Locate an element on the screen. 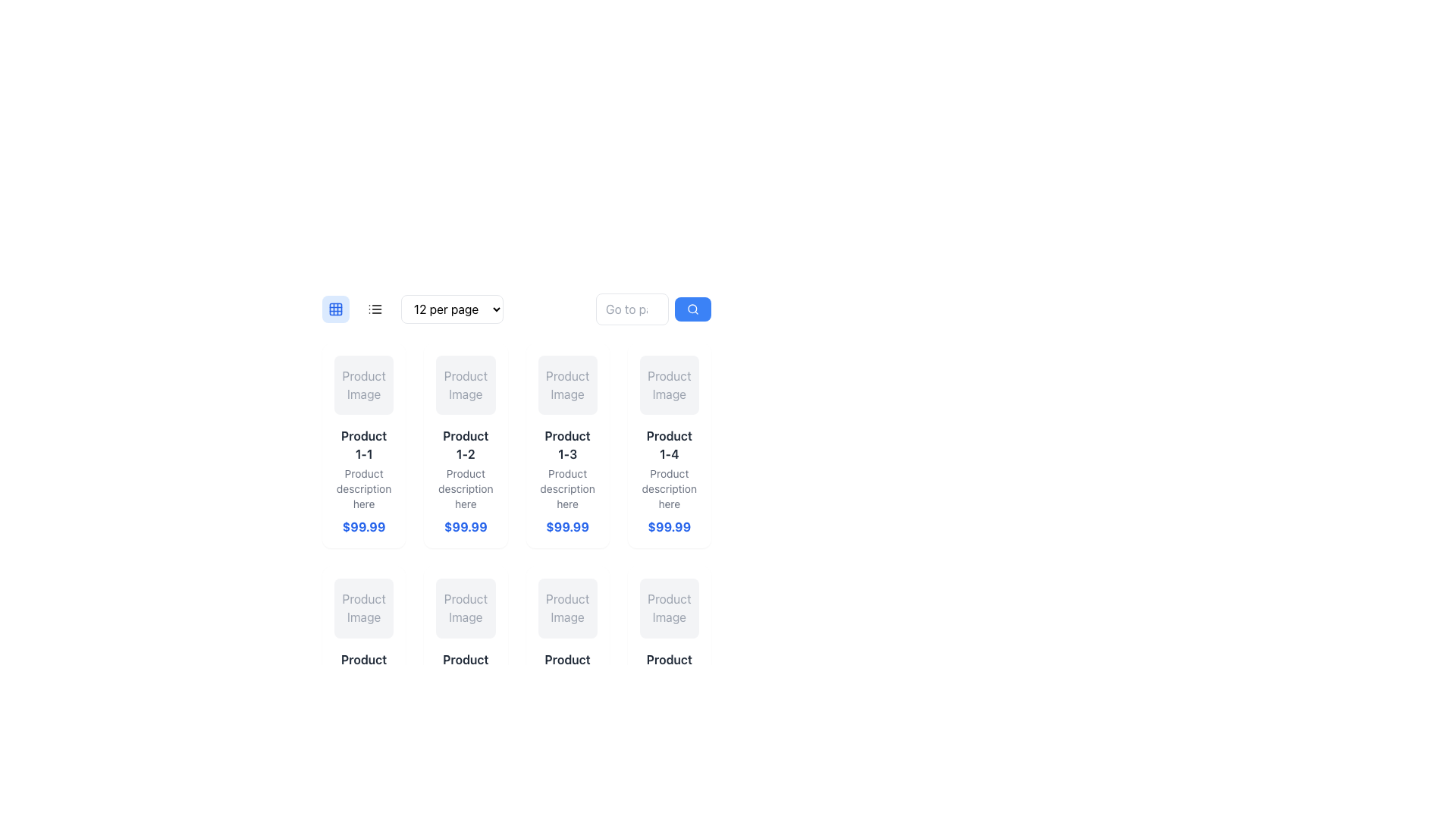 The width and height of the screenshot is (1456, 819). the static text block displaying 'Product 1-3' which is located in the third column of the first row in the product listings grid is located at coordinates (566, 444).